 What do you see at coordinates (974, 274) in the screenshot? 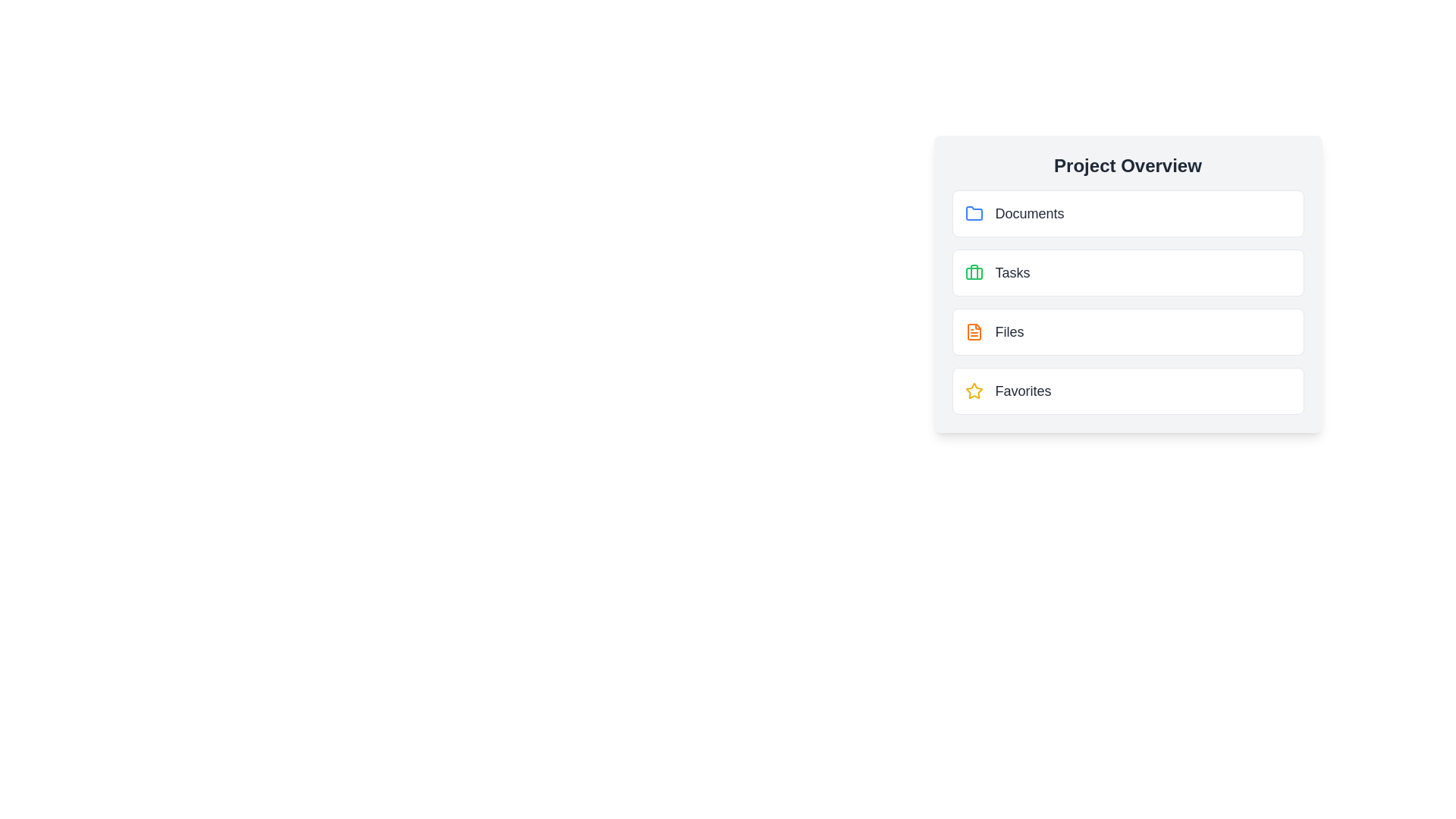
I see `the SVG rectangular shape with rounded corners that is part of the second icon under 'Project Overview', adjacent to the 'Tasks' label` at bounding box center [974, 274].